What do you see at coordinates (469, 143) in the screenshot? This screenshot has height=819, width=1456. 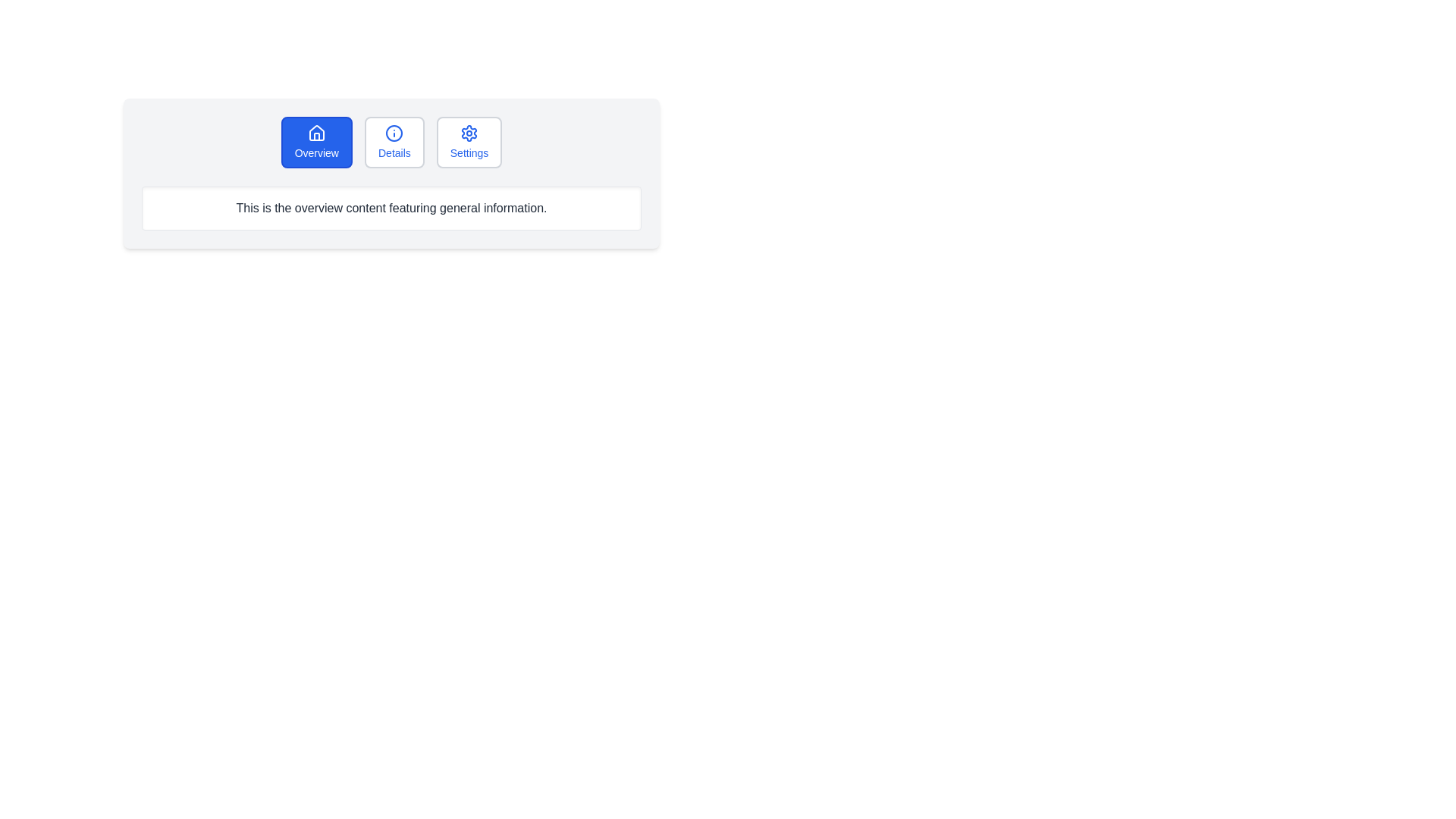 I see `the Settings tab to observe the hover effect` at bounding box center [469, 143].